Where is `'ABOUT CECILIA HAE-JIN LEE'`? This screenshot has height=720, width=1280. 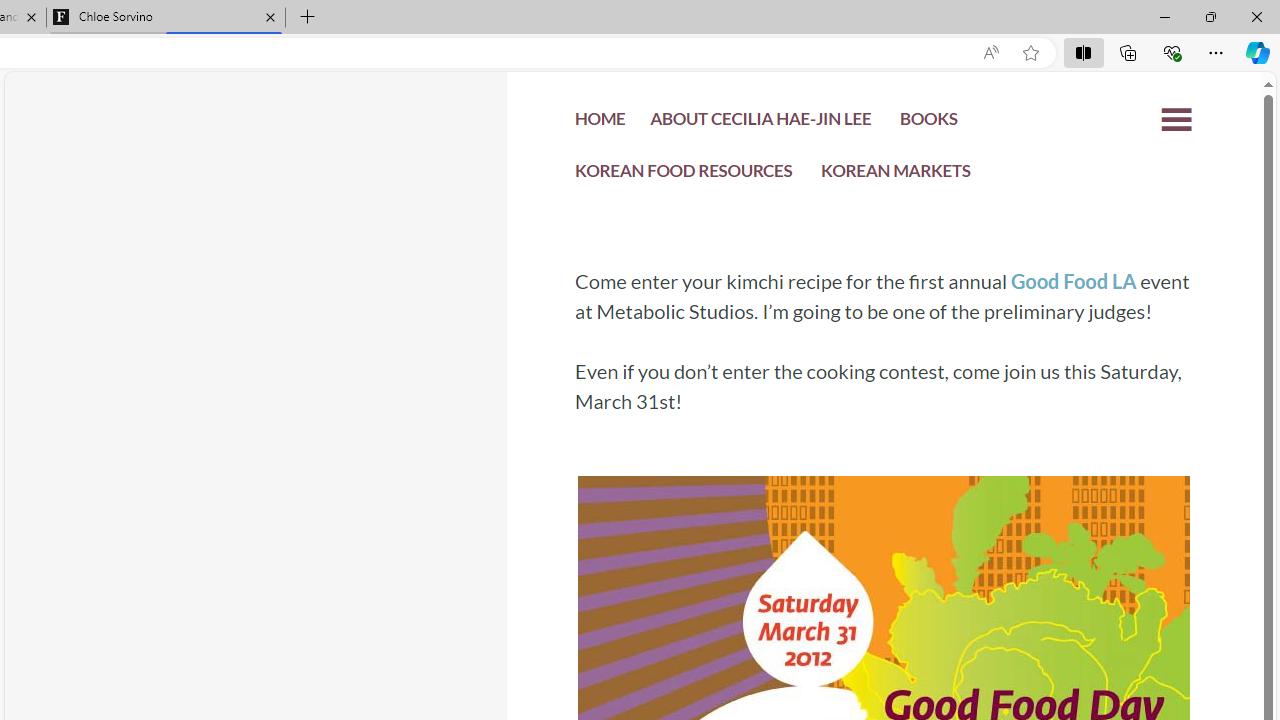
'ABOUT CECILIA HAE-JIN LEE' is located at coordinates (759, 122).